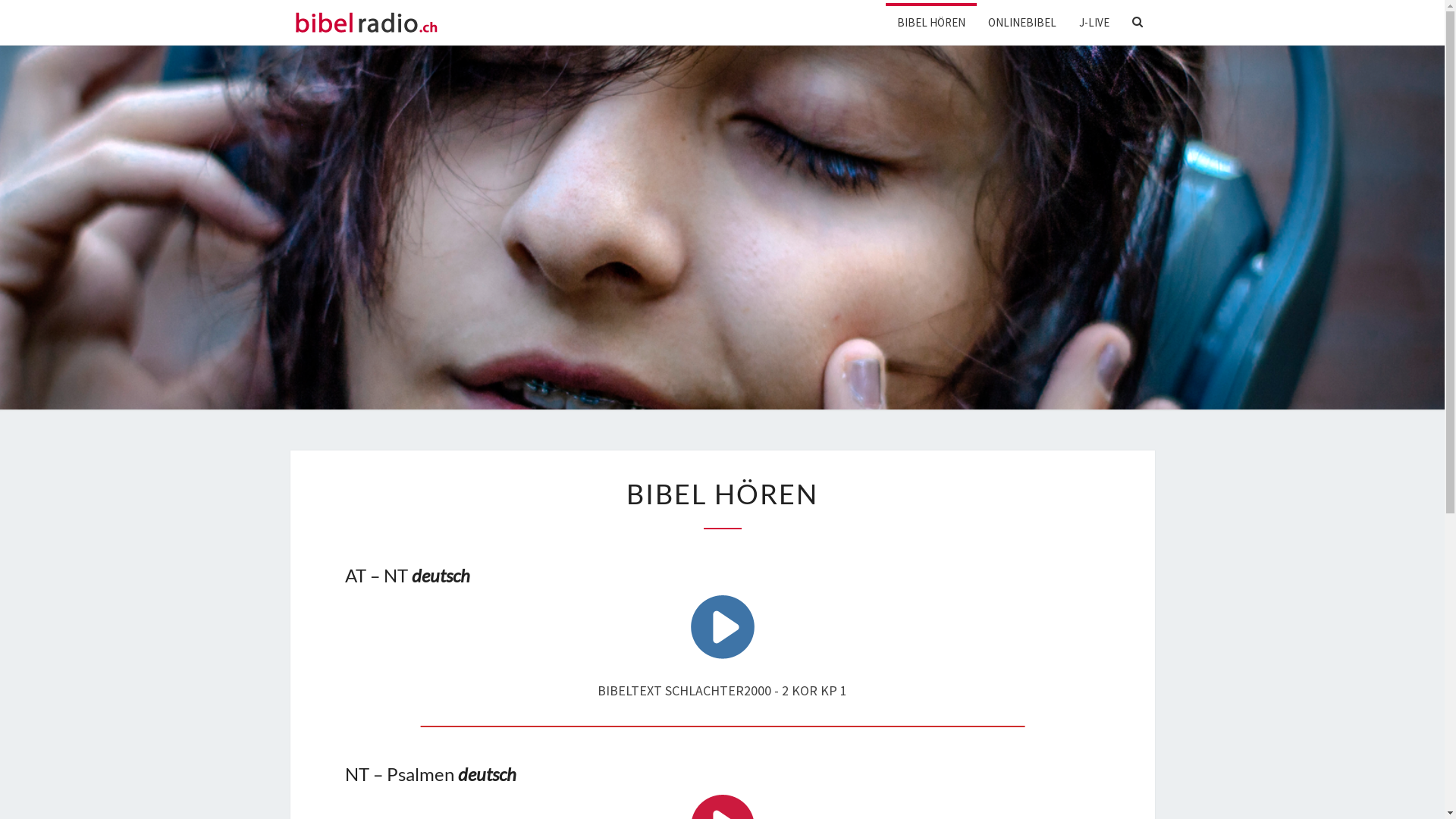 The image size is (1456, 819). I want to click on 'ONLINEBIBEL', so click(1022, 22).